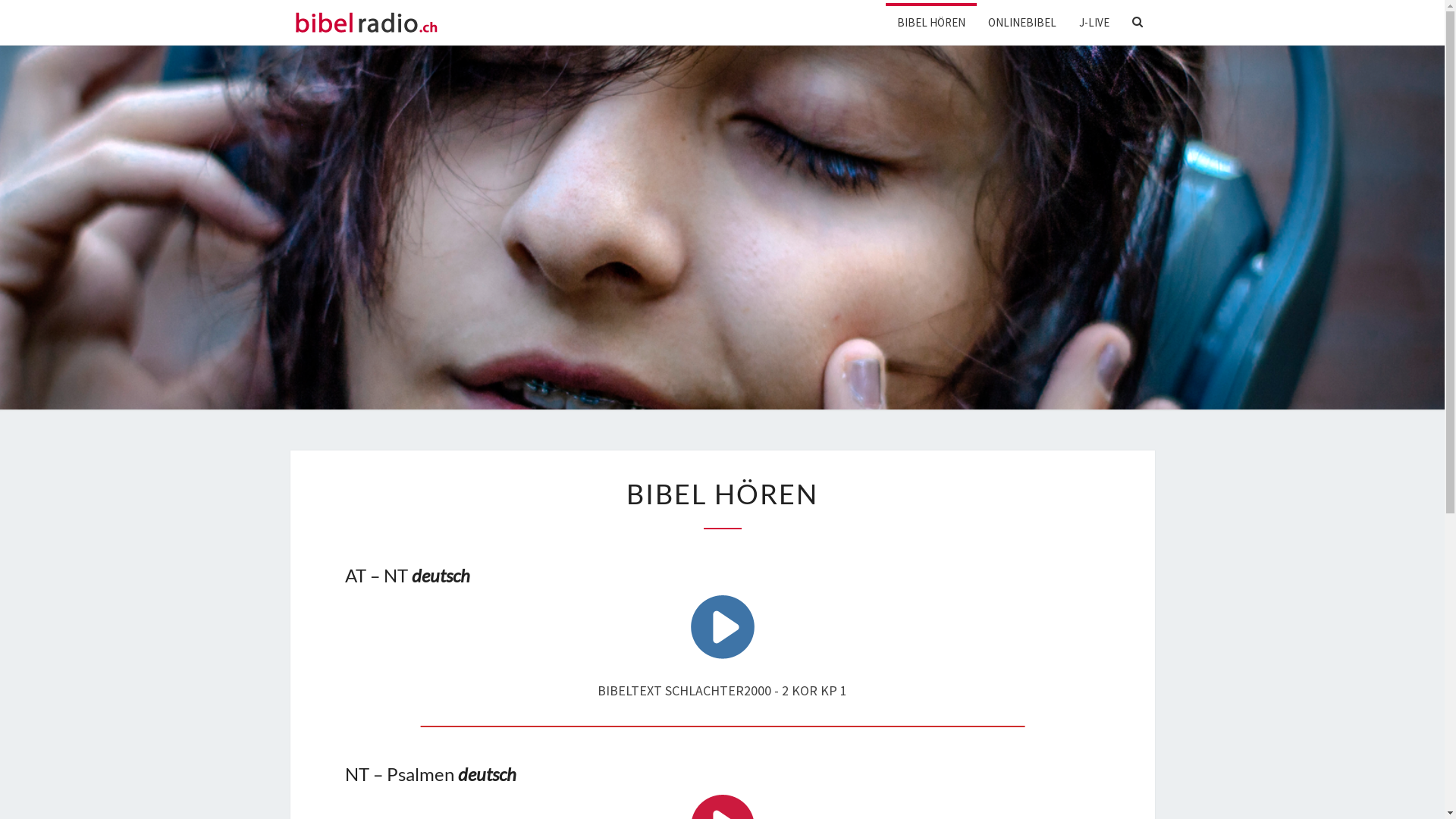 The image size is (1456, 819). I want to click on 'ONLINEBIBEL', so click(1022, 22).